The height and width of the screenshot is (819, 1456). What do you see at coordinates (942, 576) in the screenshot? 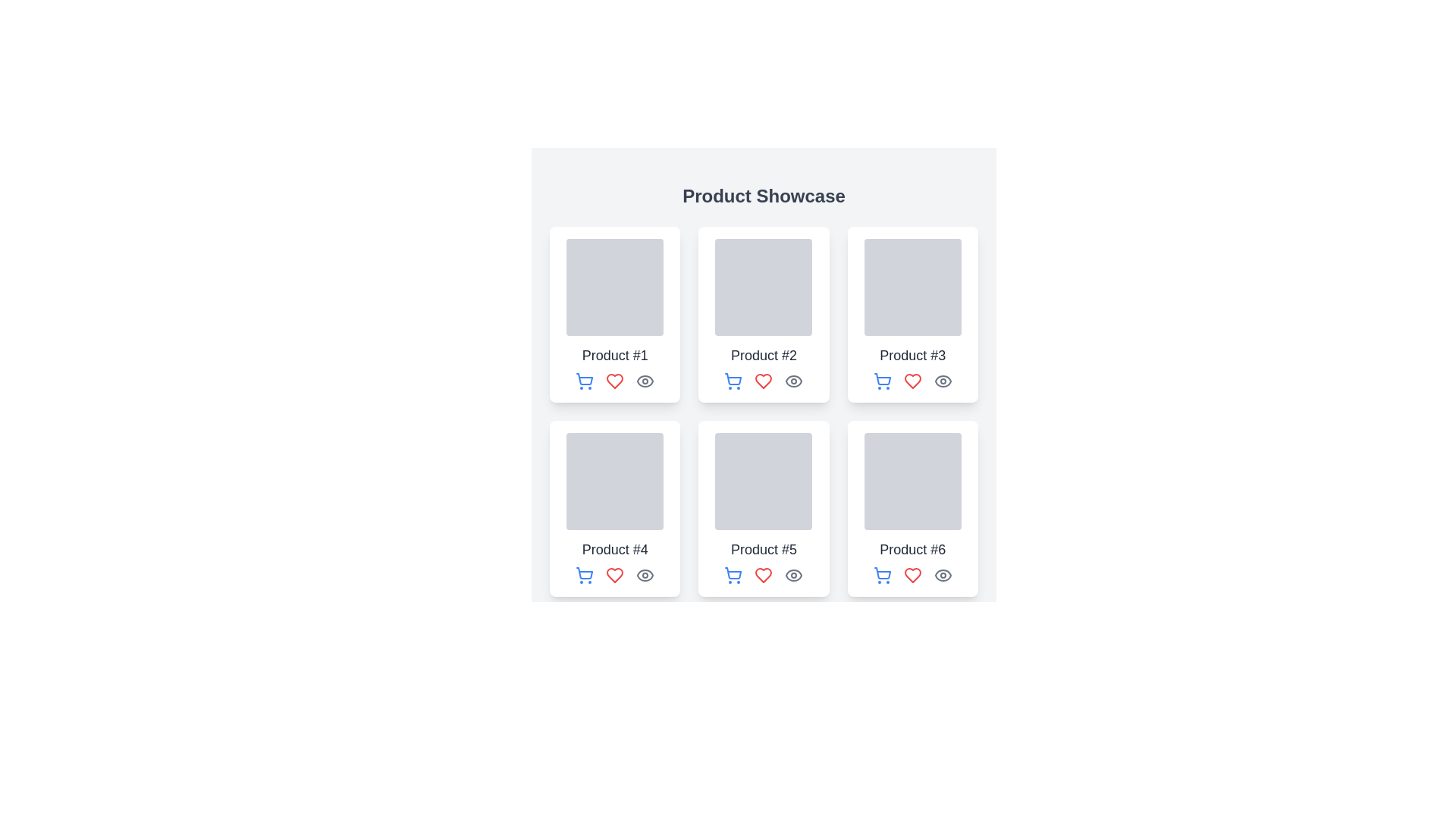
I see `the Icon button located in the bottom-right corner of the card labeled 'Product #6'` at bounding box center [942, 576].